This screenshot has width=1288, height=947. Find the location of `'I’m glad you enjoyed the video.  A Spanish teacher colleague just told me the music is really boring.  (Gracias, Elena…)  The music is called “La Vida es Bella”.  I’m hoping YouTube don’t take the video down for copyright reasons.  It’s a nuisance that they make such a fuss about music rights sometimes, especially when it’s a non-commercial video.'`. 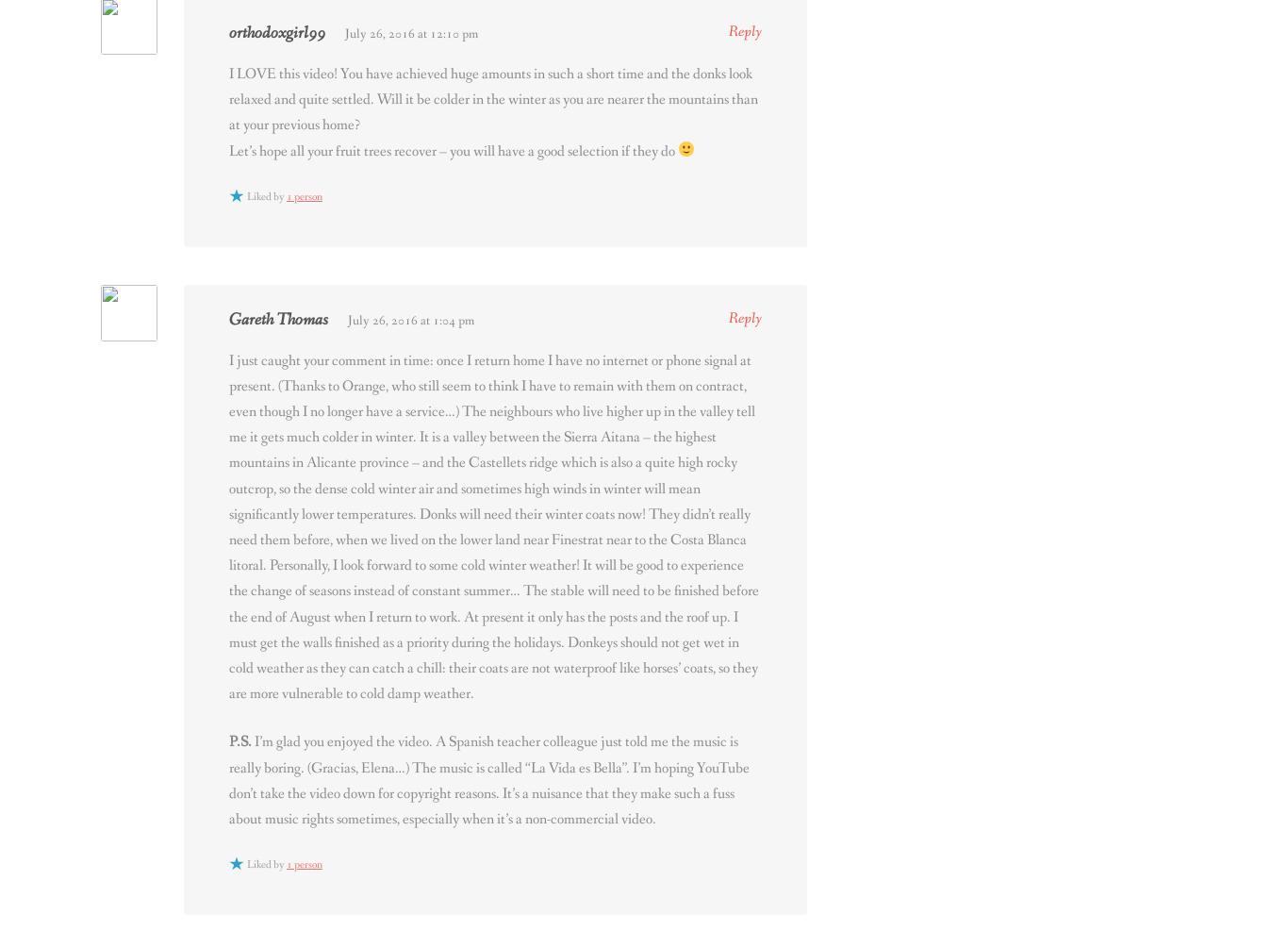

'I’m glad you enjoyed the video.  A Spanish teacher colleague just told me the music is really boring.  (Gracias, Elena…)  The music is called “La Vida es Bella”.  I’m hoping YouTube don’t take the video down for copyright reasons.  It’s a nuisance that they make such a fuss about music rights sometimes, especially when it’s a non-commercial video.' is located at coordinates (488, 779).